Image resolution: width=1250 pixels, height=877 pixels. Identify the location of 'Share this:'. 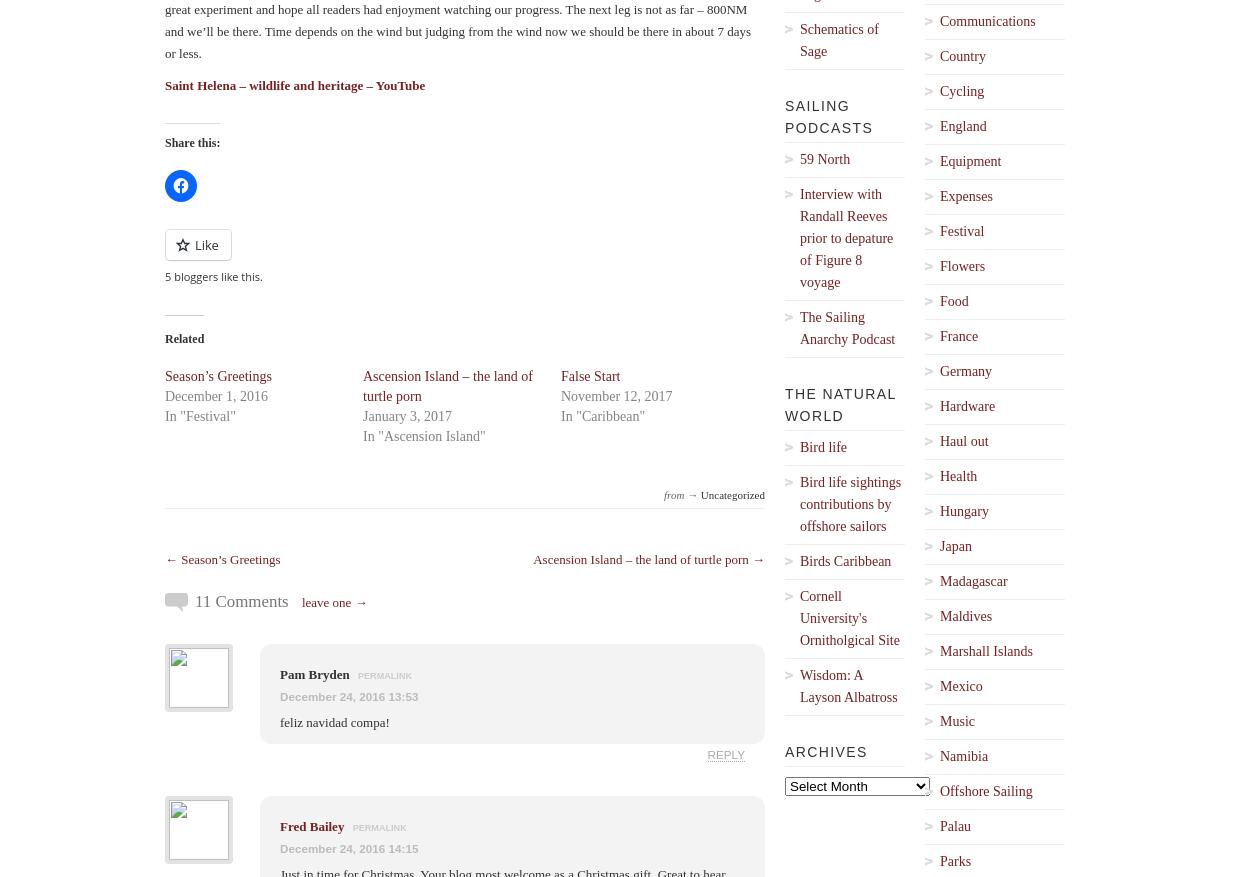
(191, 142).